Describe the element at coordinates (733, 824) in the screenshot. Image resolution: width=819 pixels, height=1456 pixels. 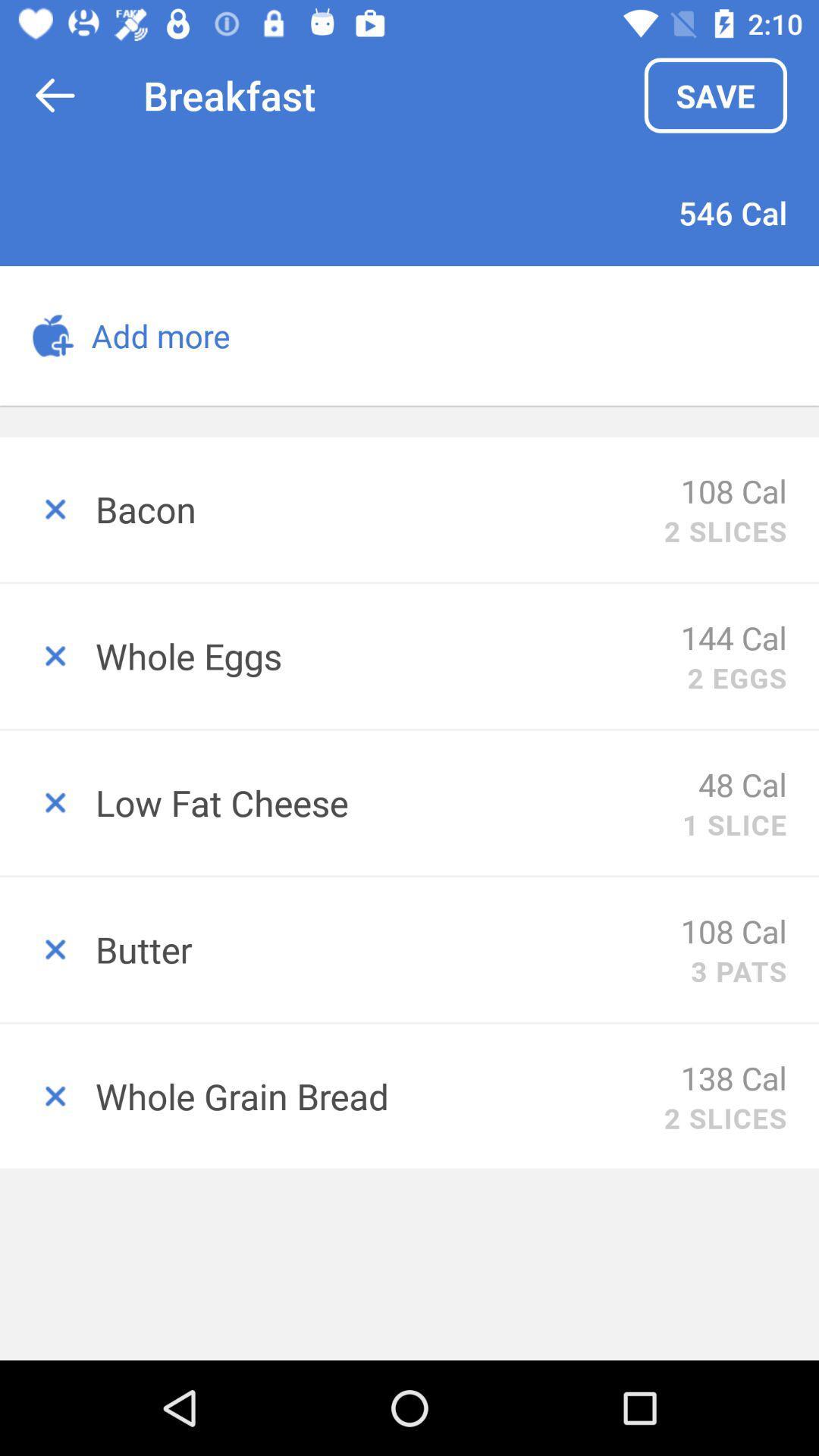
I see `the 1 slice item` at that location.